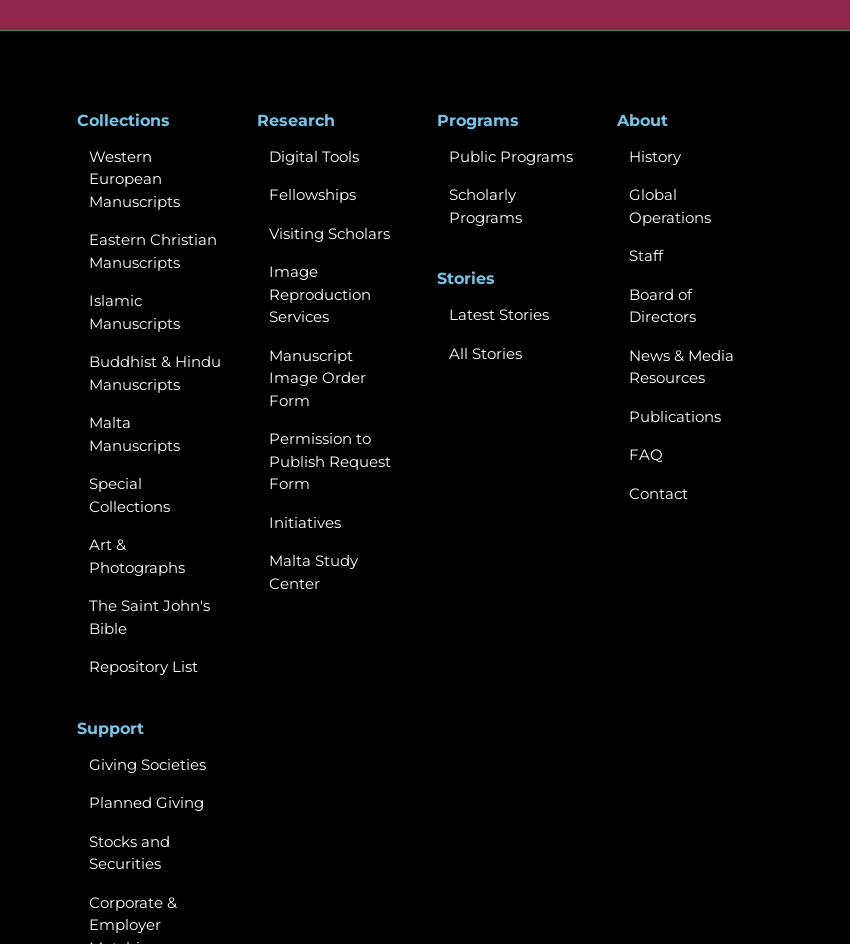  Describe the element at coordinates (680, 354) in the screenshot. I see `'News & Media'` at that location.